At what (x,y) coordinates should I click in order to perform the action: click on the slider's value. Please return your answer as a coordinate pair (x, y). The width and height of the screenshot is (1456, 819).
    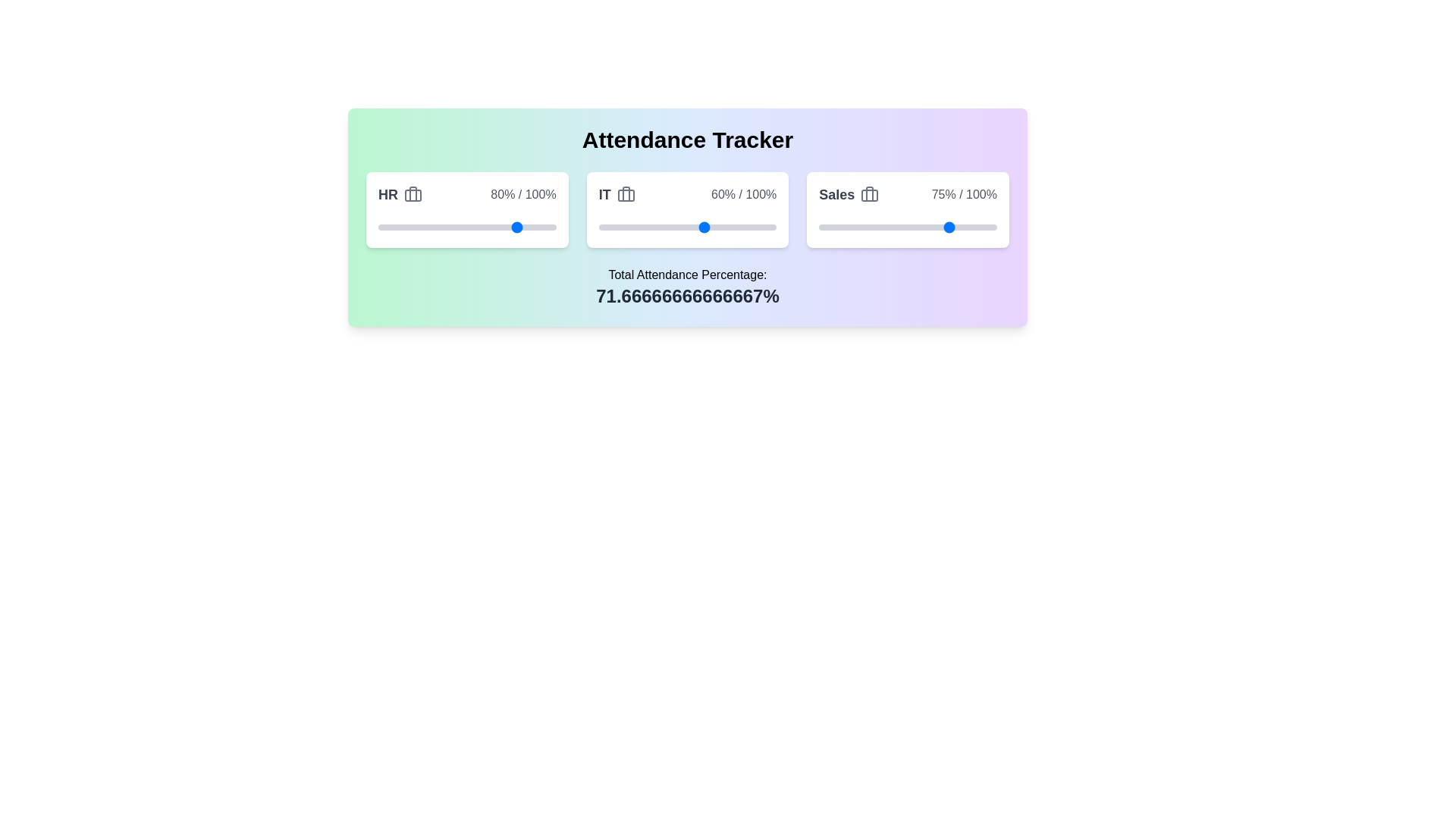
    Looking at the image, I should click on (993, 227).